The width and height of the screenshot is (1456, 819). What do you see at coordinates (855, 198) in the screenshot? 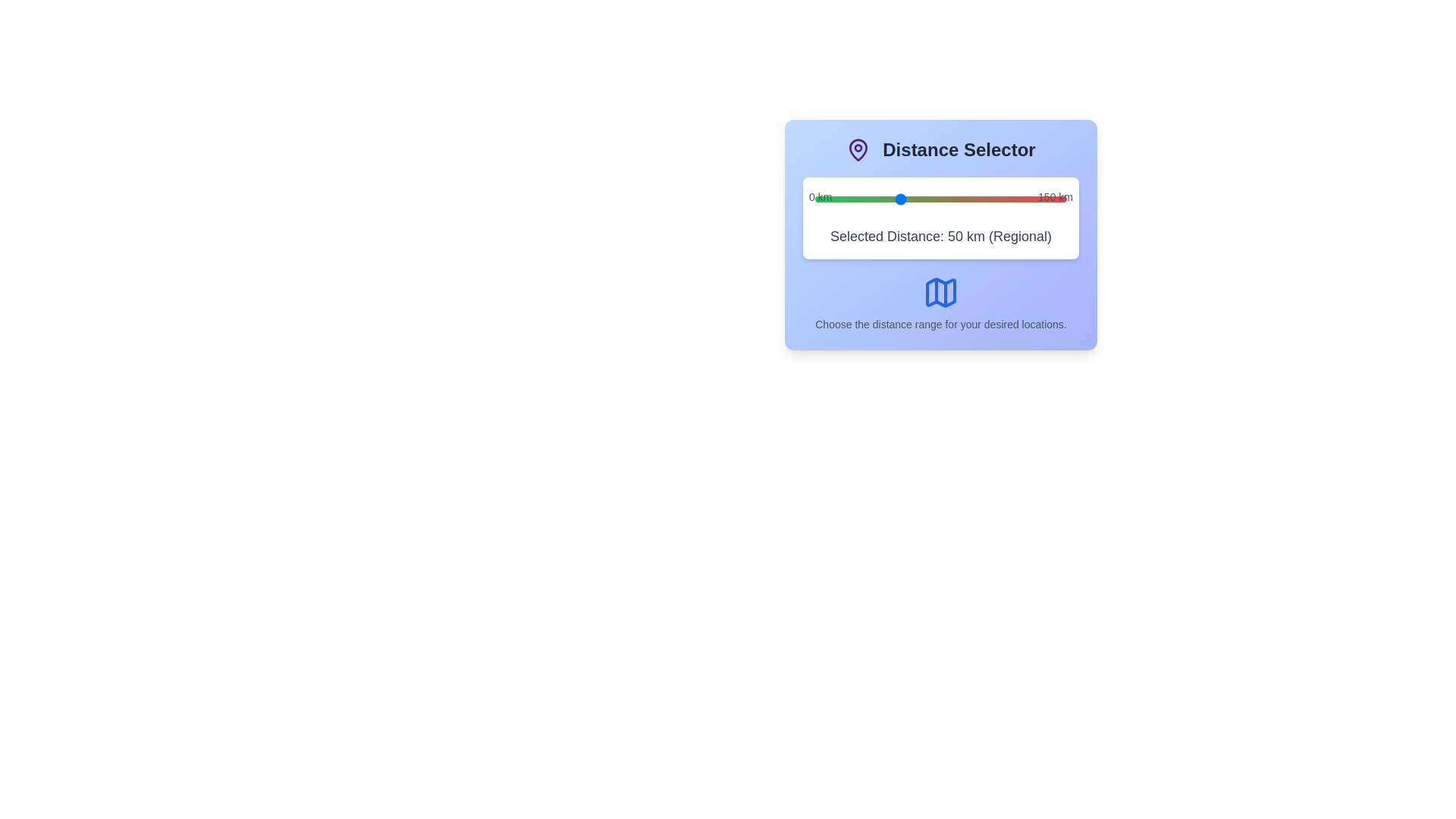
I see `the slider to set the distance to 24 km` at bounding box center [855, 198].